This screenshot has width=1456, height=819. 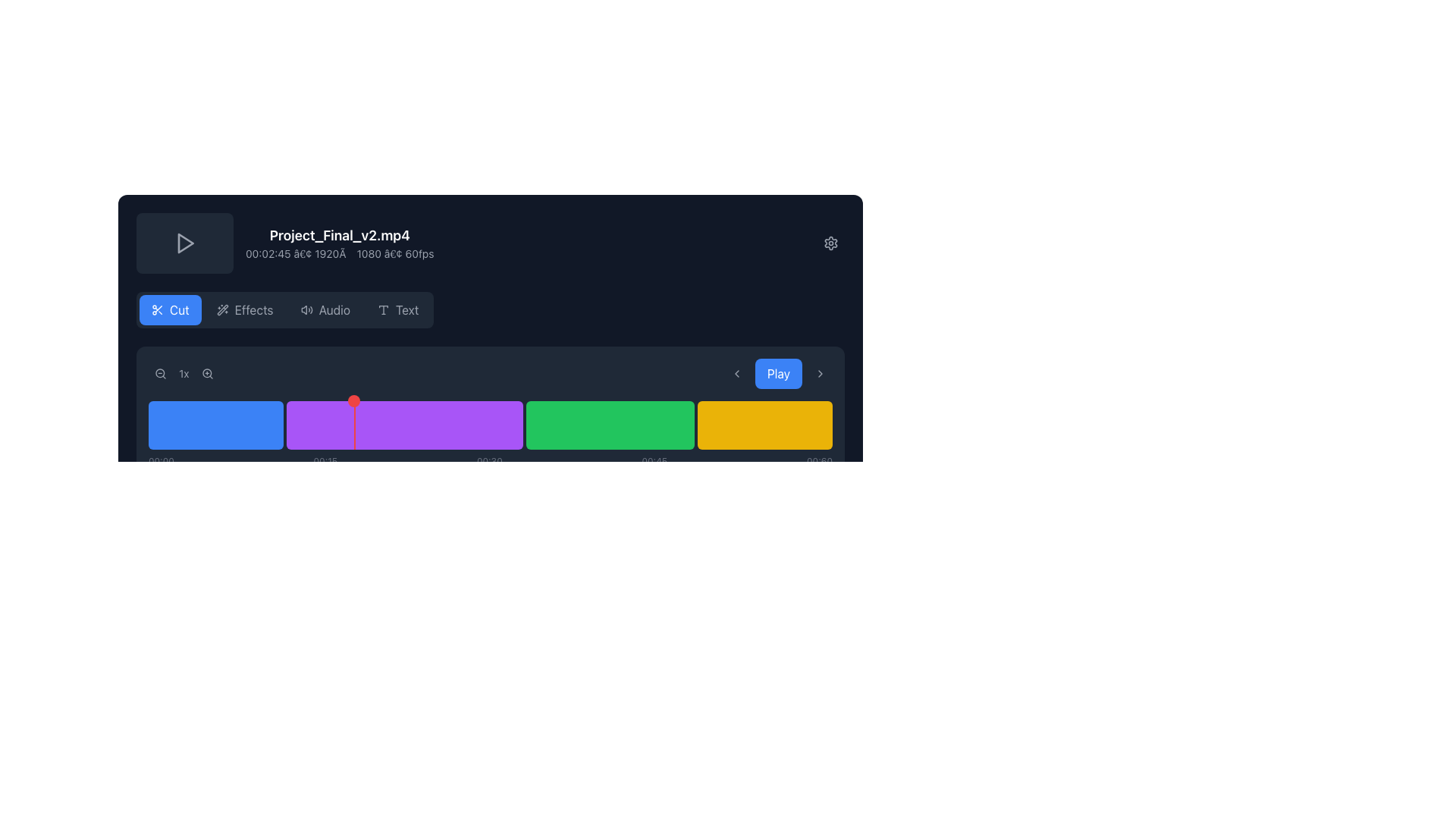 I want to click on the text label displaying 'Text' located in the horizontal bar at the top of the interface, adjacent to the text formatting icon, so click(x=407, y=309).